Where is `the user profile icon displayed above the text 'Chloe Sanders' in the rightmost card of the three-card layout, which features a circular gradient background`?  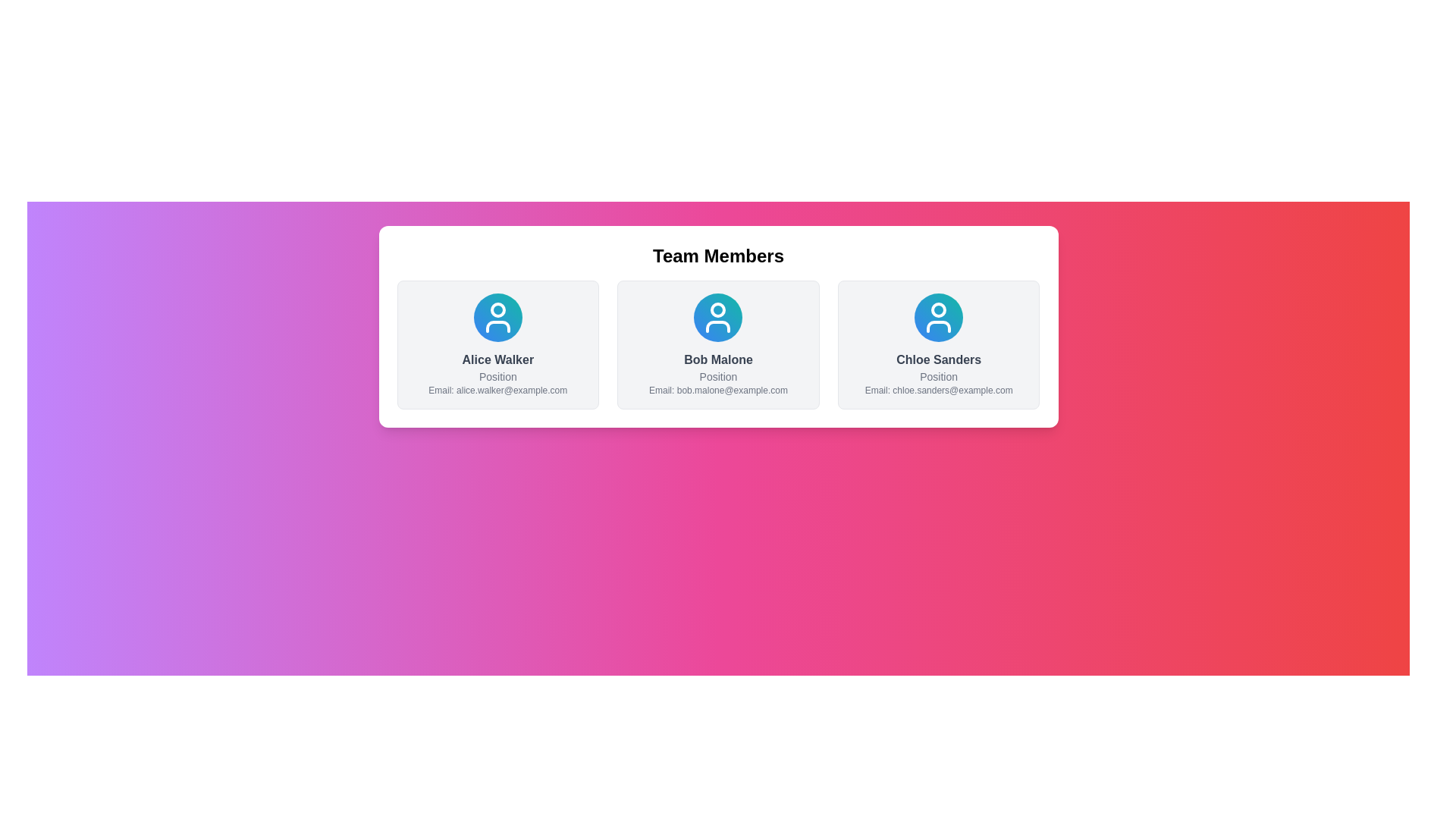
the user profile icon displayed above the text 'Chloe Sanders' in the rightmost card of the three-card layout, which features a circular gradient background is located at coordinates (938, 317).